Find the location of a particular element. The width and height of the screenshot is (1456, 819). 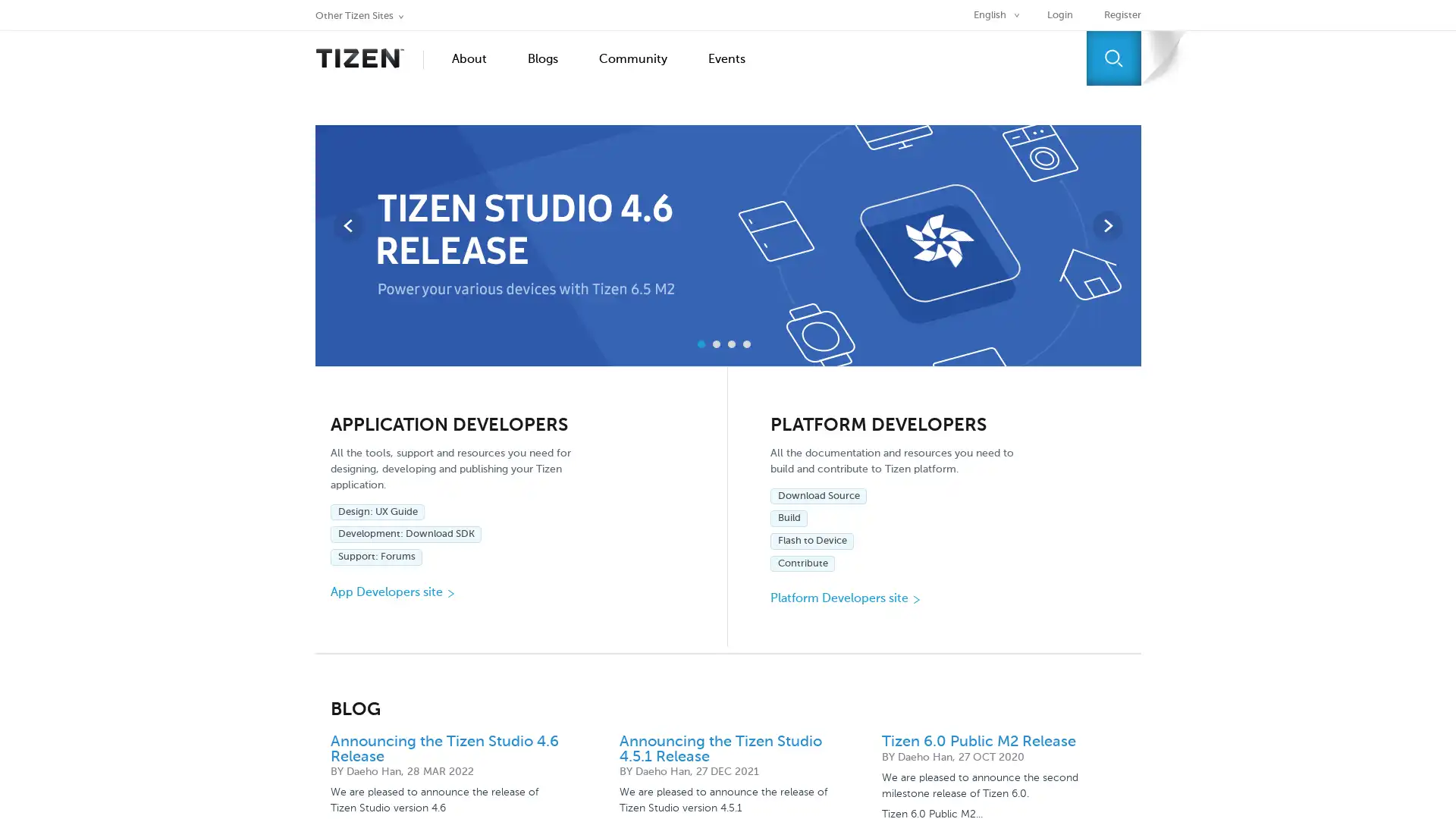

2 is located at coordinates (716, 344).